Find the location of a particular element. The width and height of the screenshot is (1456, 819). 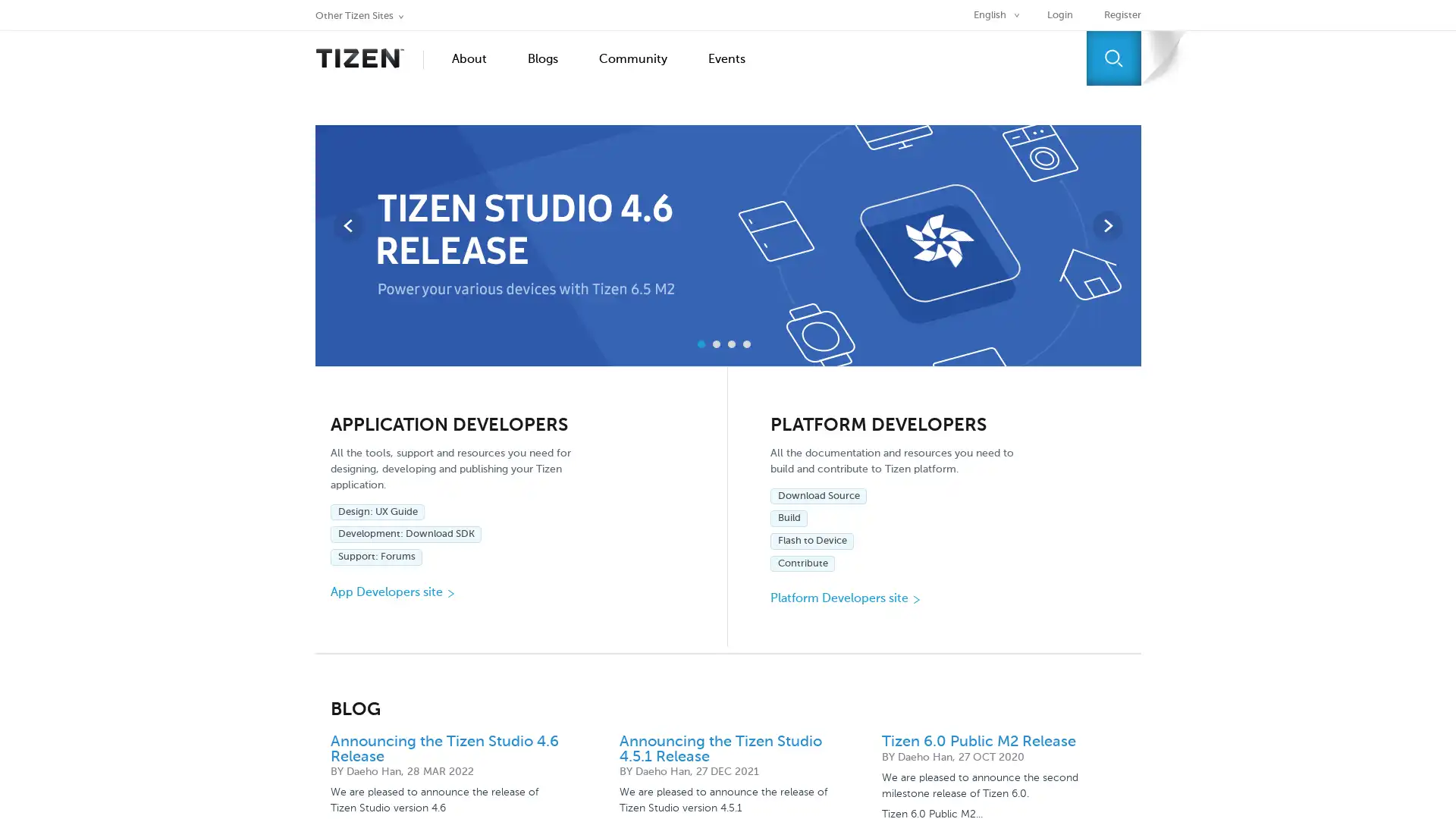

2 is located at coordinates (716, 344).